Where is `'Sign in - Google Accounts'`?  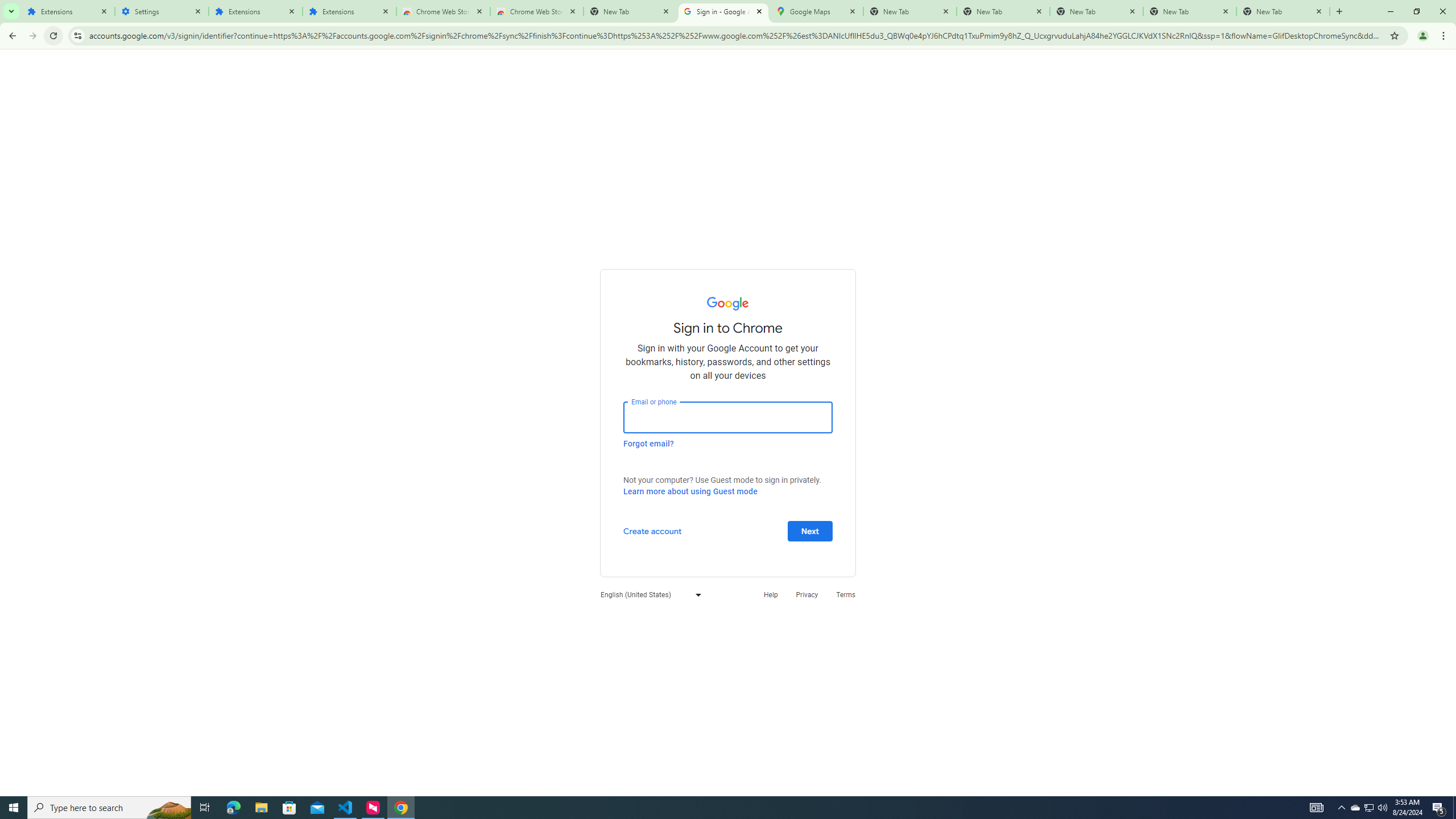
'Sign in - Google Accounts' is located at coordinates (723, 11).